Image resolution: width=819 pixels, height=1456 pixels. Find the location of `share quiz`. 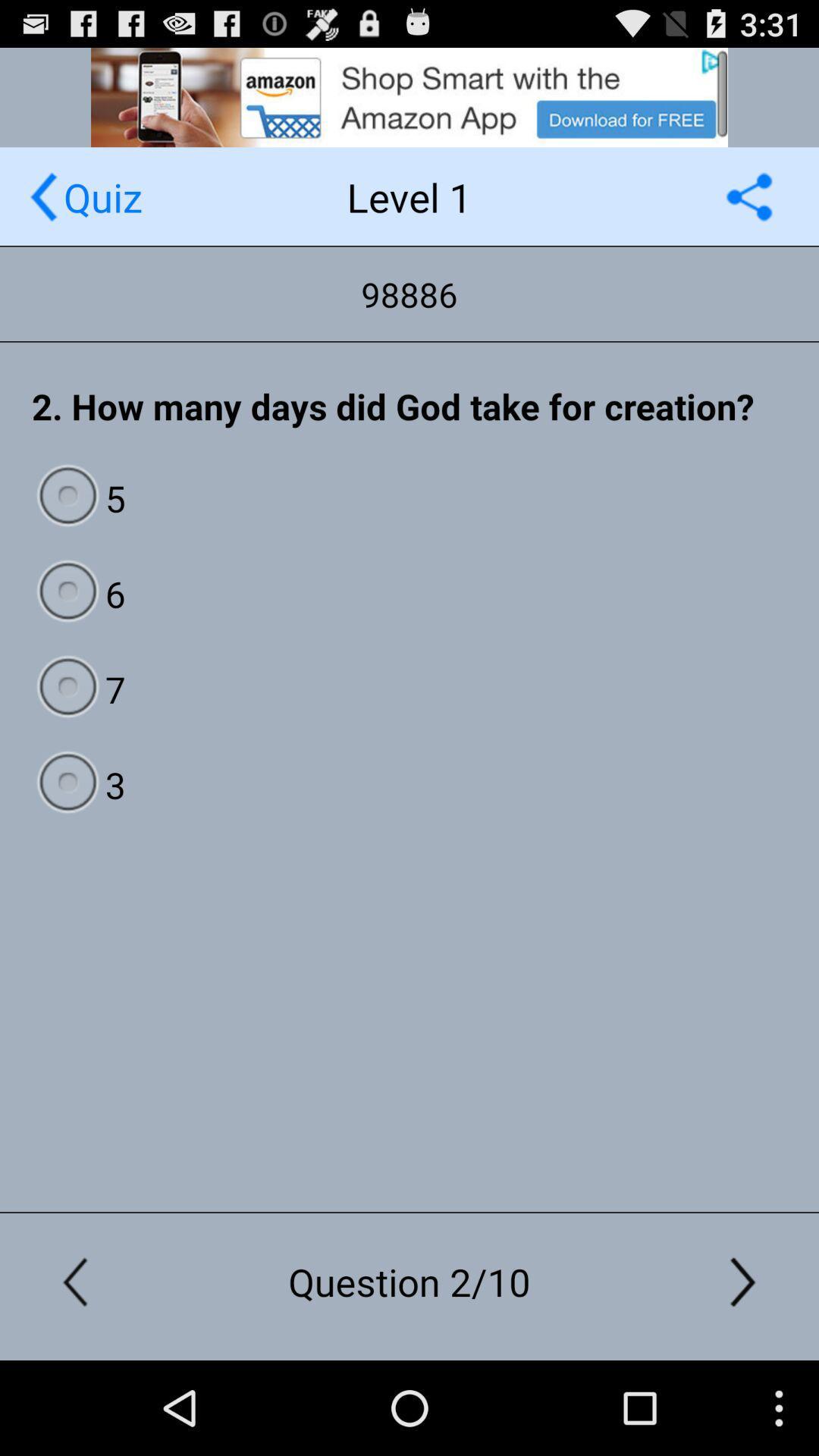

share quiz is located at coordinates (748, 196).